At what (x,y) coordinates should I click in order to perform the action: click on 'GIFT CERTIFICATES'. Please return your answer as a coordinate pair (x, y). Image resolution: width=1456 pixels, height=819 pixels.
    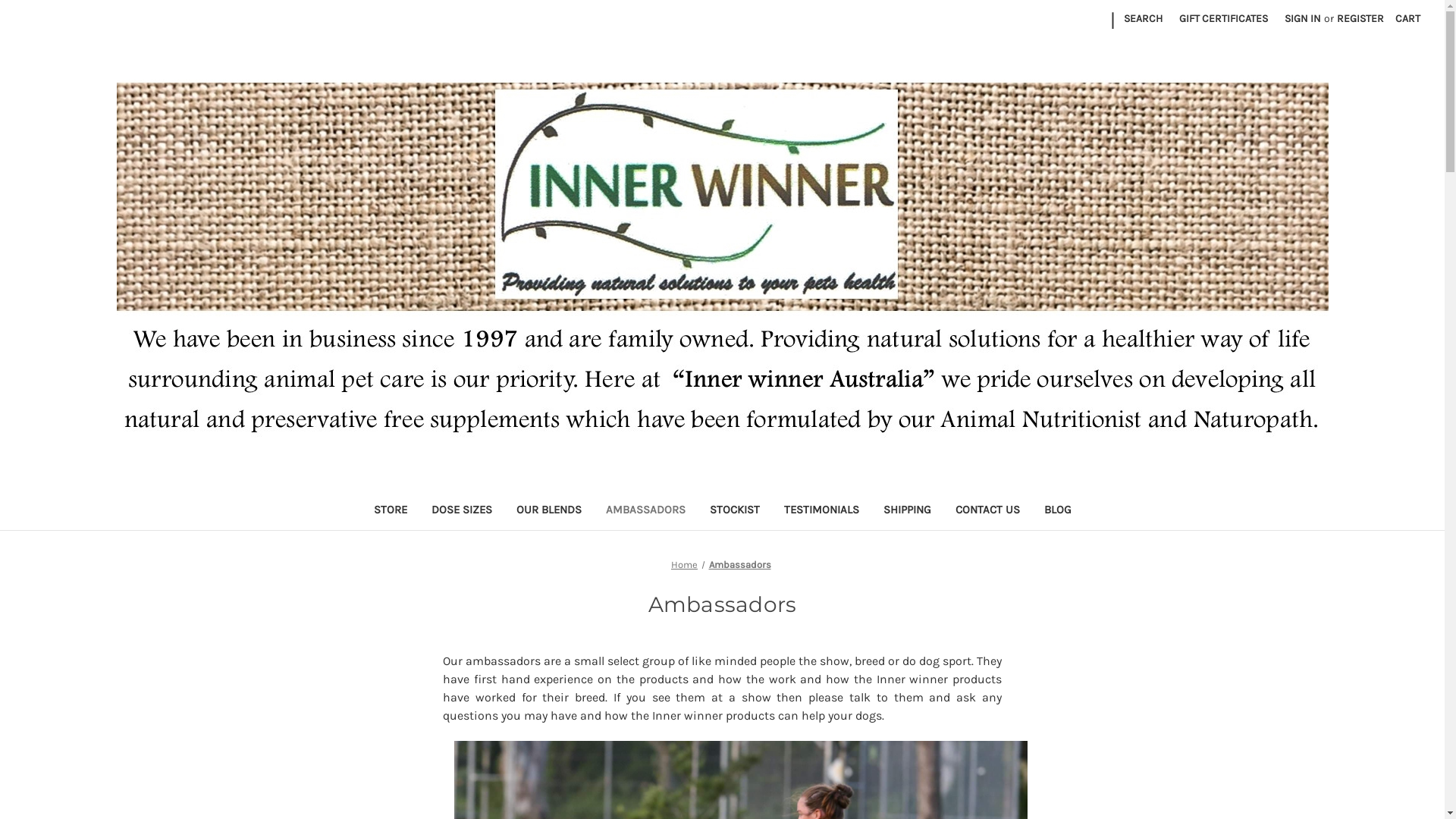
    Looking at the image, I should click on (1223, 18).